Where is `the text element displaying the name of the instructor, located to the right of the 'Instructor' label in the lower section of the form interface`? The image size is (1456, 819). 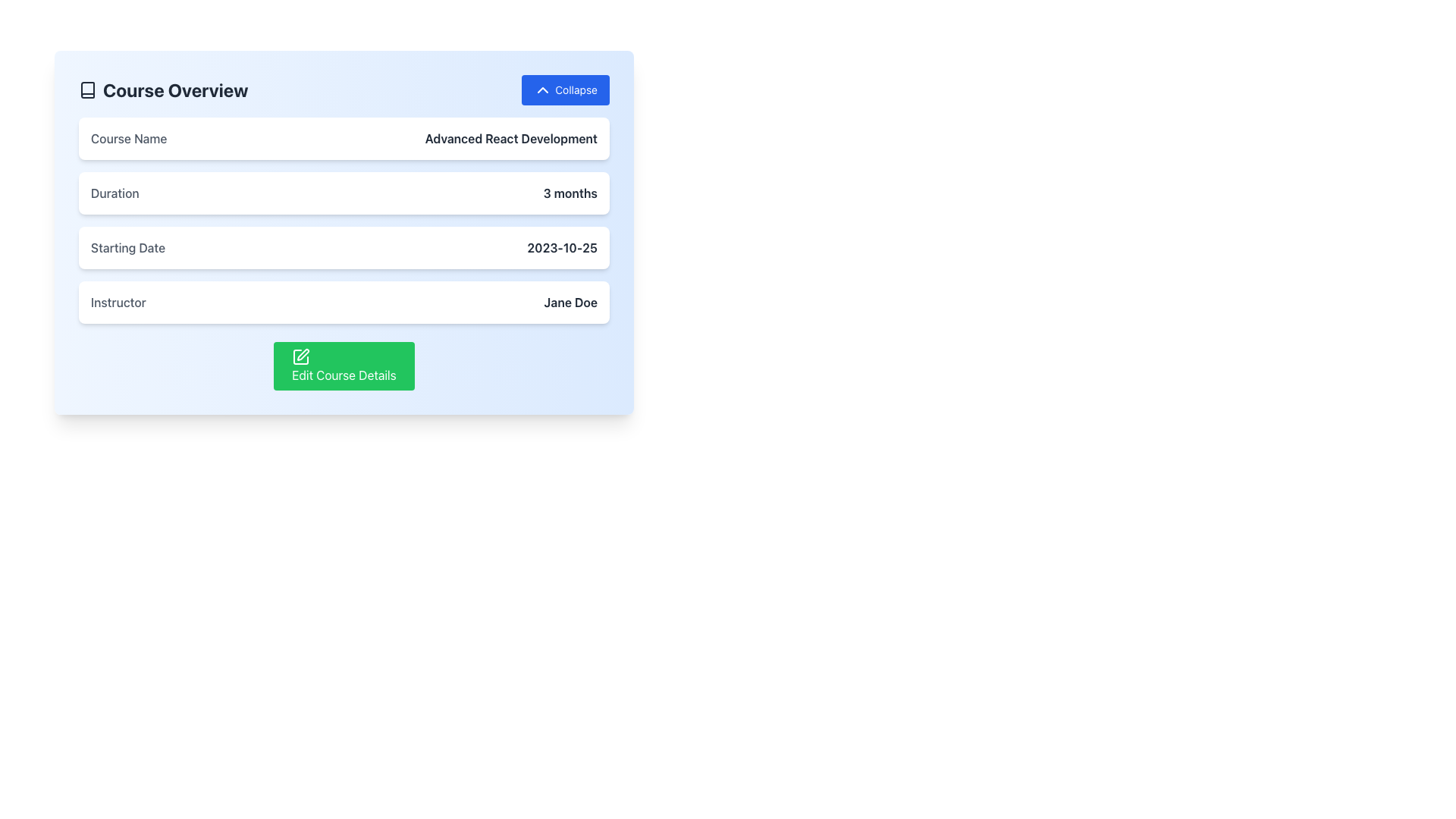 the text element displaying the name of the instructor, located to the right of the 'Instructor' label in the lower section of the form interface is located at coordinates (570, 302).